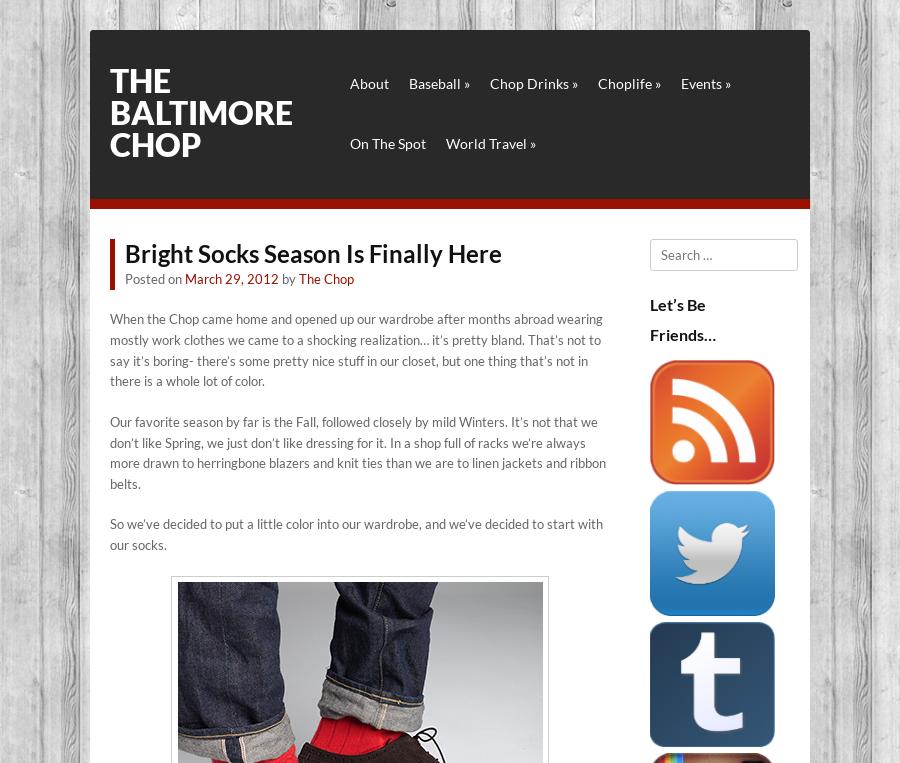 This screenshot has height=763, width=900. What do you see at coordinates (201, 111) in the screenshot?
I see `'The Baltimore Chop'` at bounding box center [201, 111].